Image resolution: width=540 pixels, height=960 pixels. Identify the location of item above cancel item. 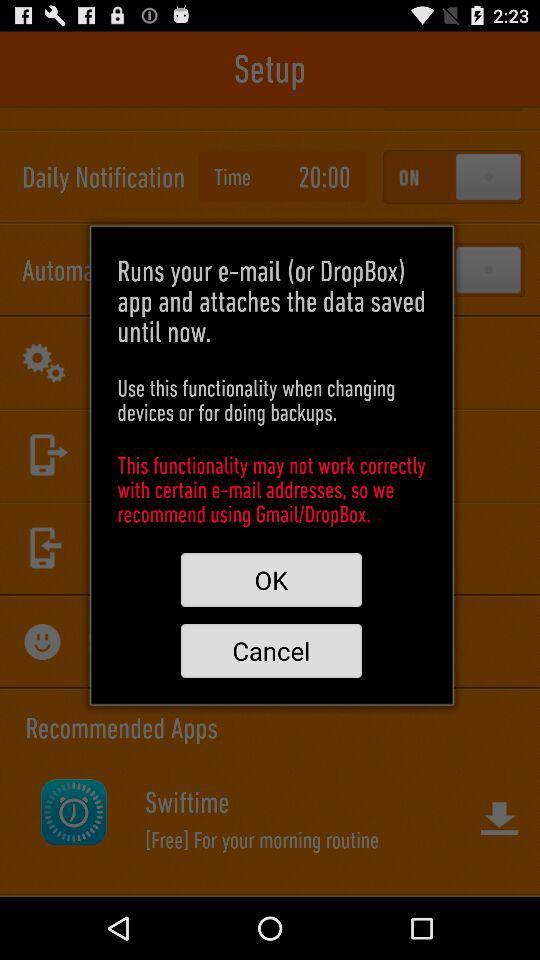
(270, 580).